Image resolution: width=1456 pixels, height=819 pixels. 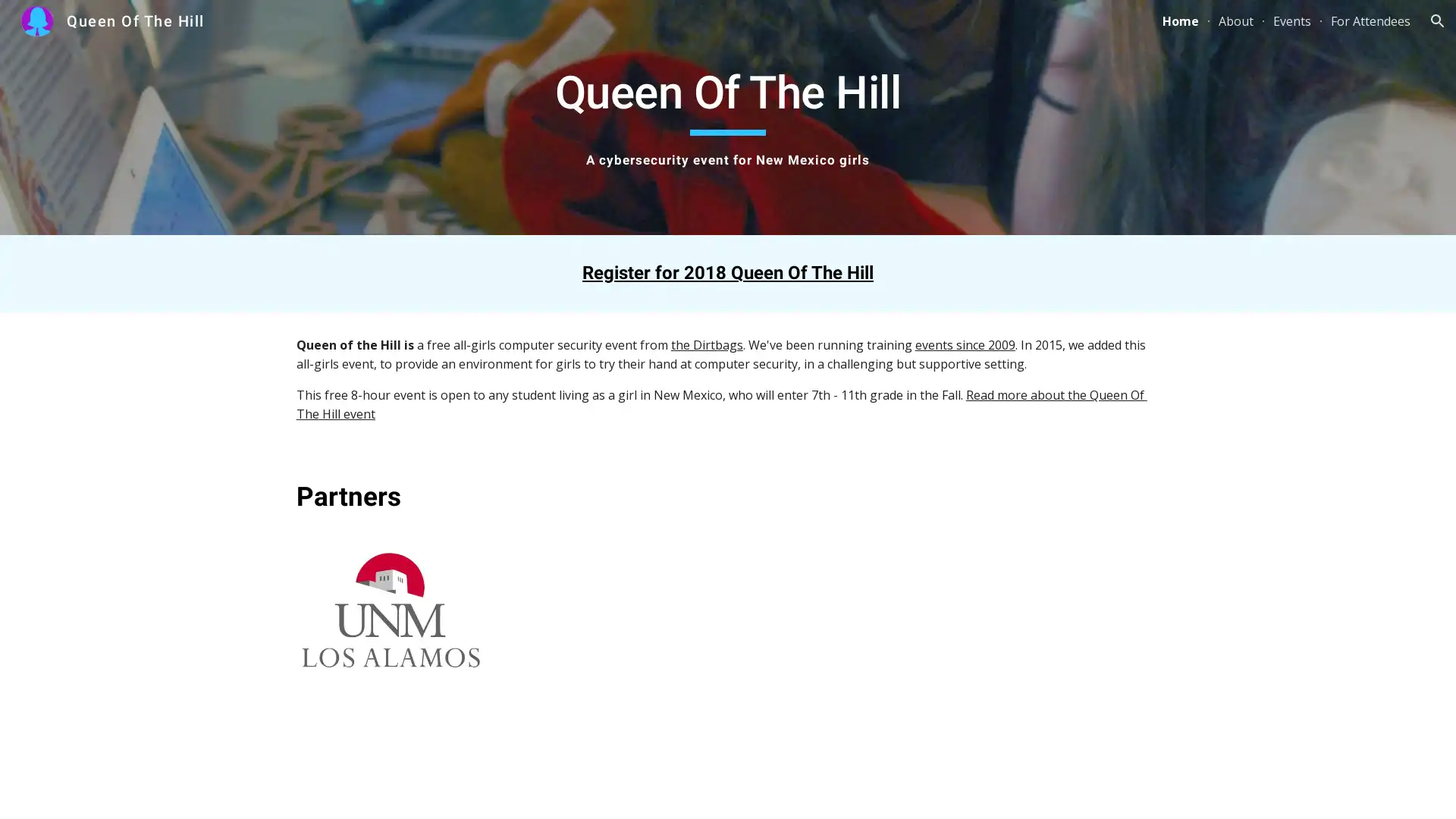 I want to click on Report abuse, so click(x=139, y=792).